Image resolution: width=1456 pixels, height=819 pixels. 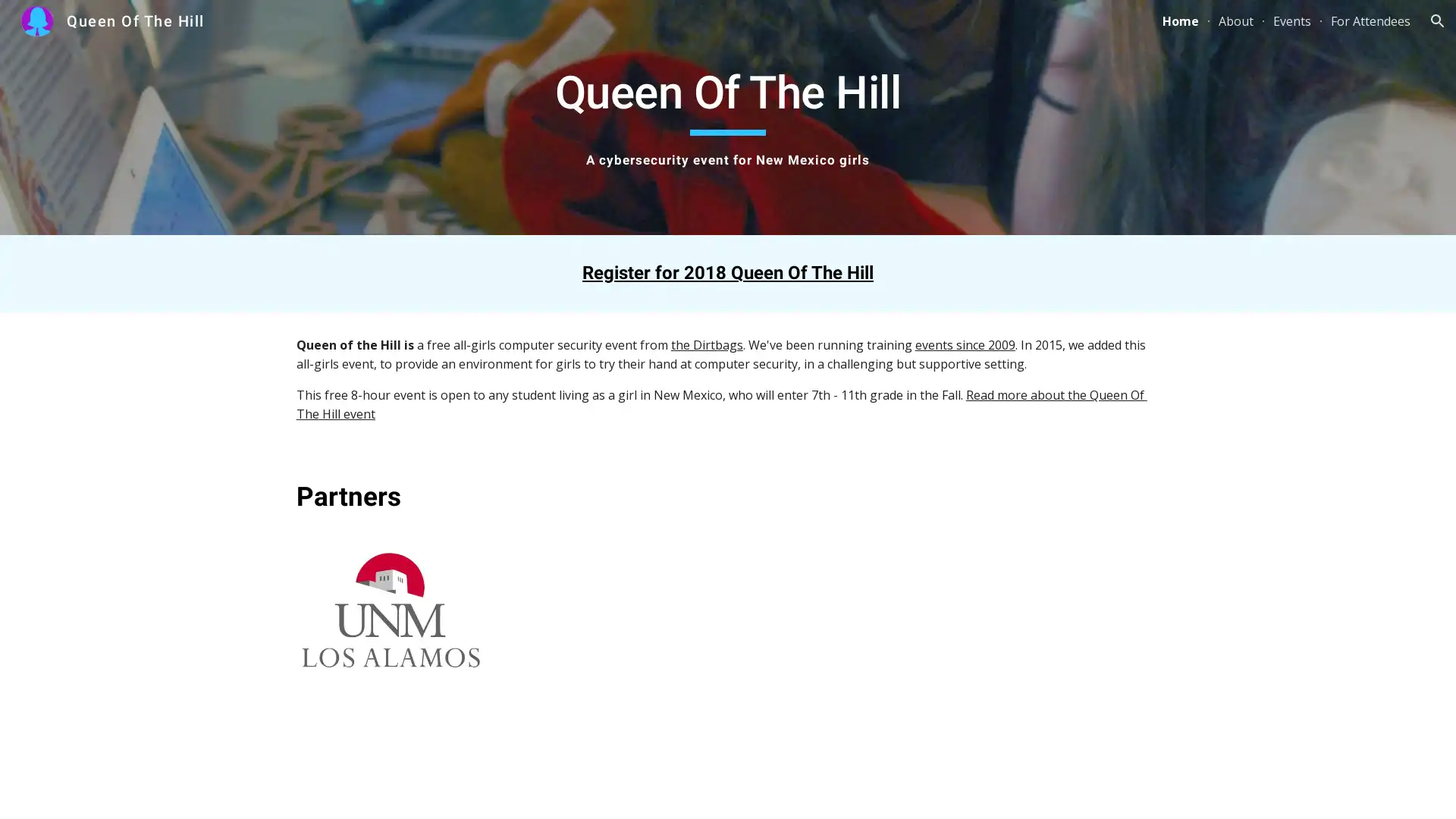 I want to click on Report abuse, so click(x=139, y=792).